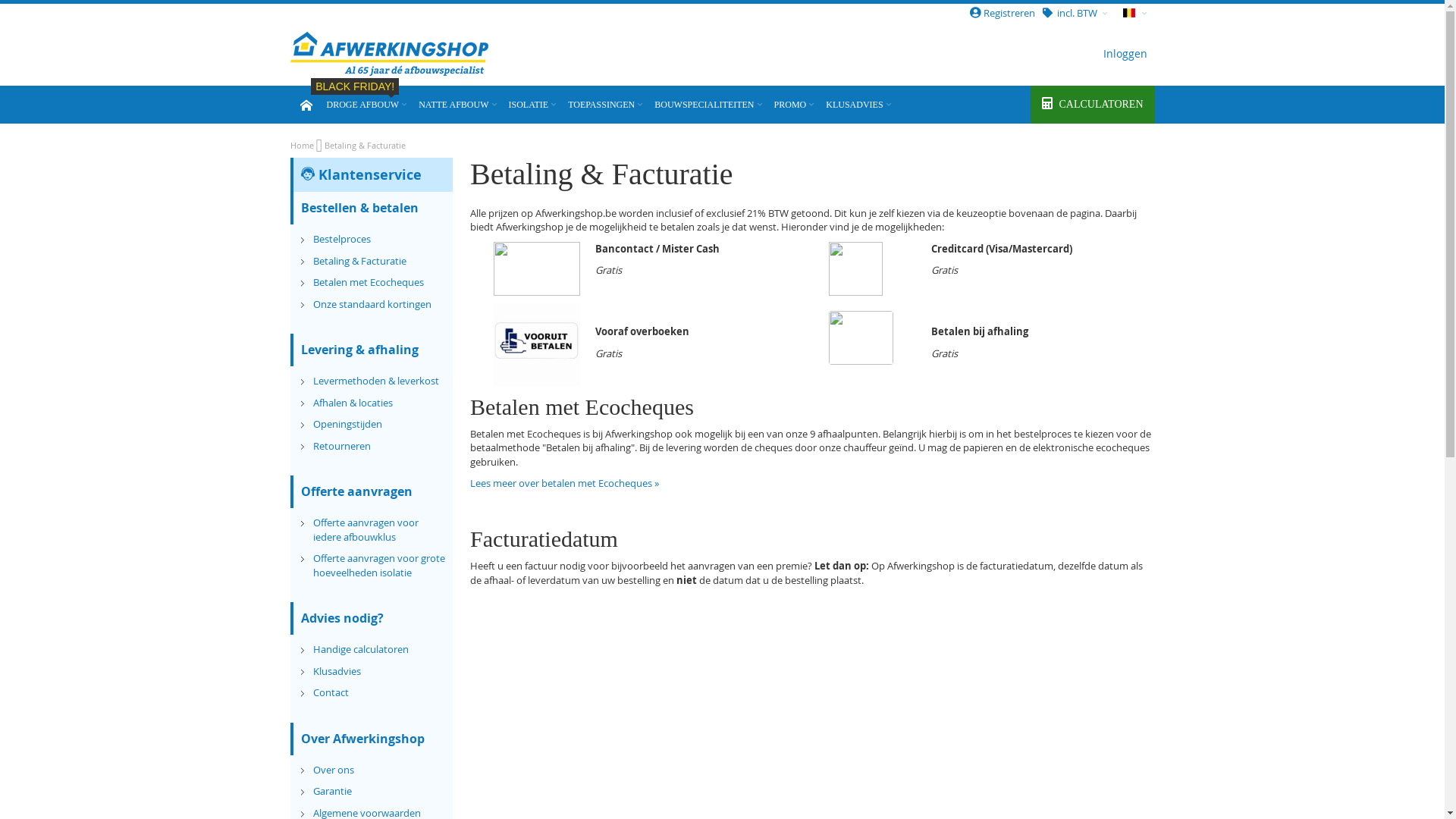  Describe the element at coordinates (708, 104) in the screenshot. I see `'BOUWSPECIALITEITEN'` at that location.